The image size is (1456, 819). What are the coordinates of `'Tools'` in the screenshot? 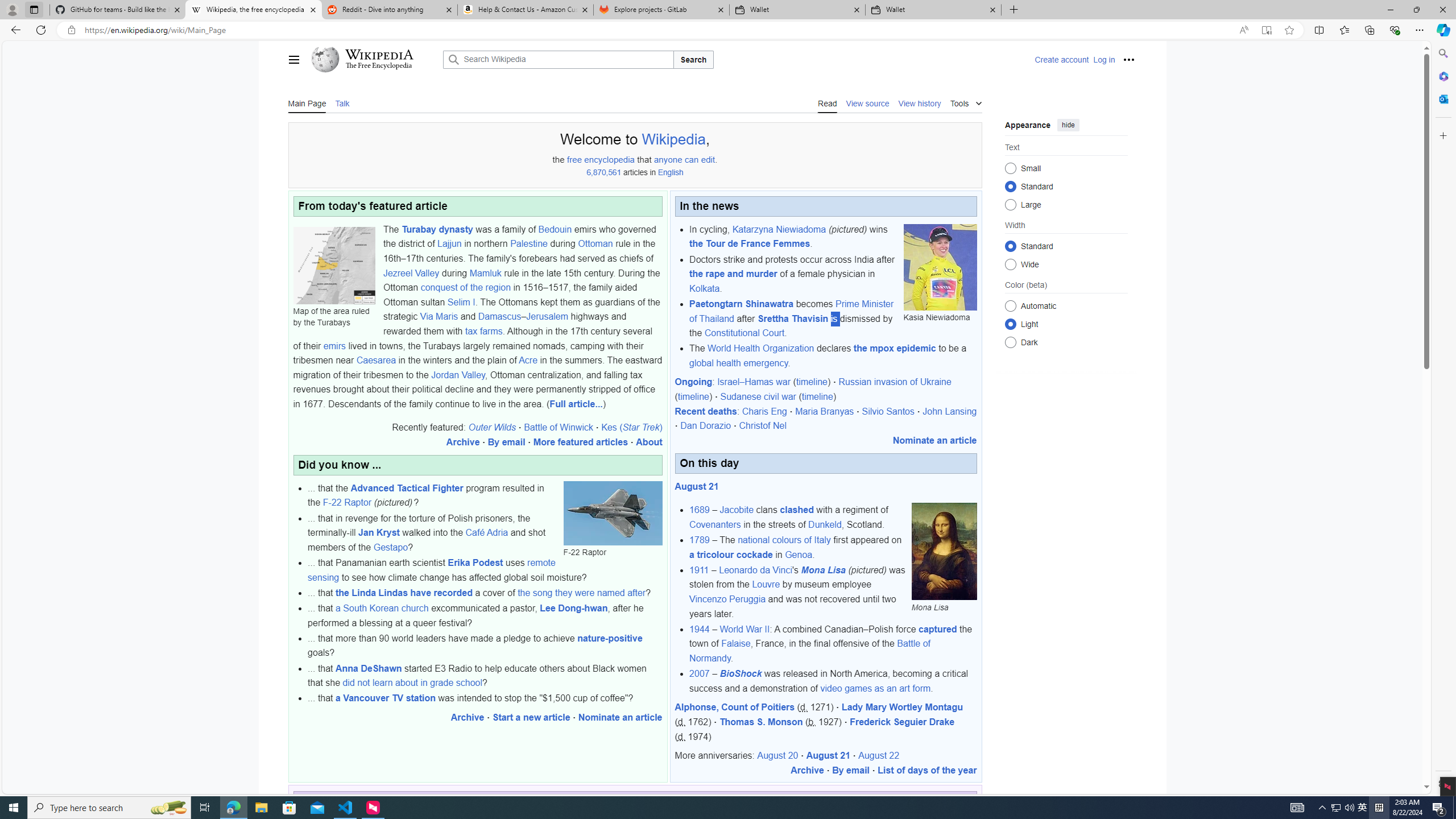 It's located at (965, 102).